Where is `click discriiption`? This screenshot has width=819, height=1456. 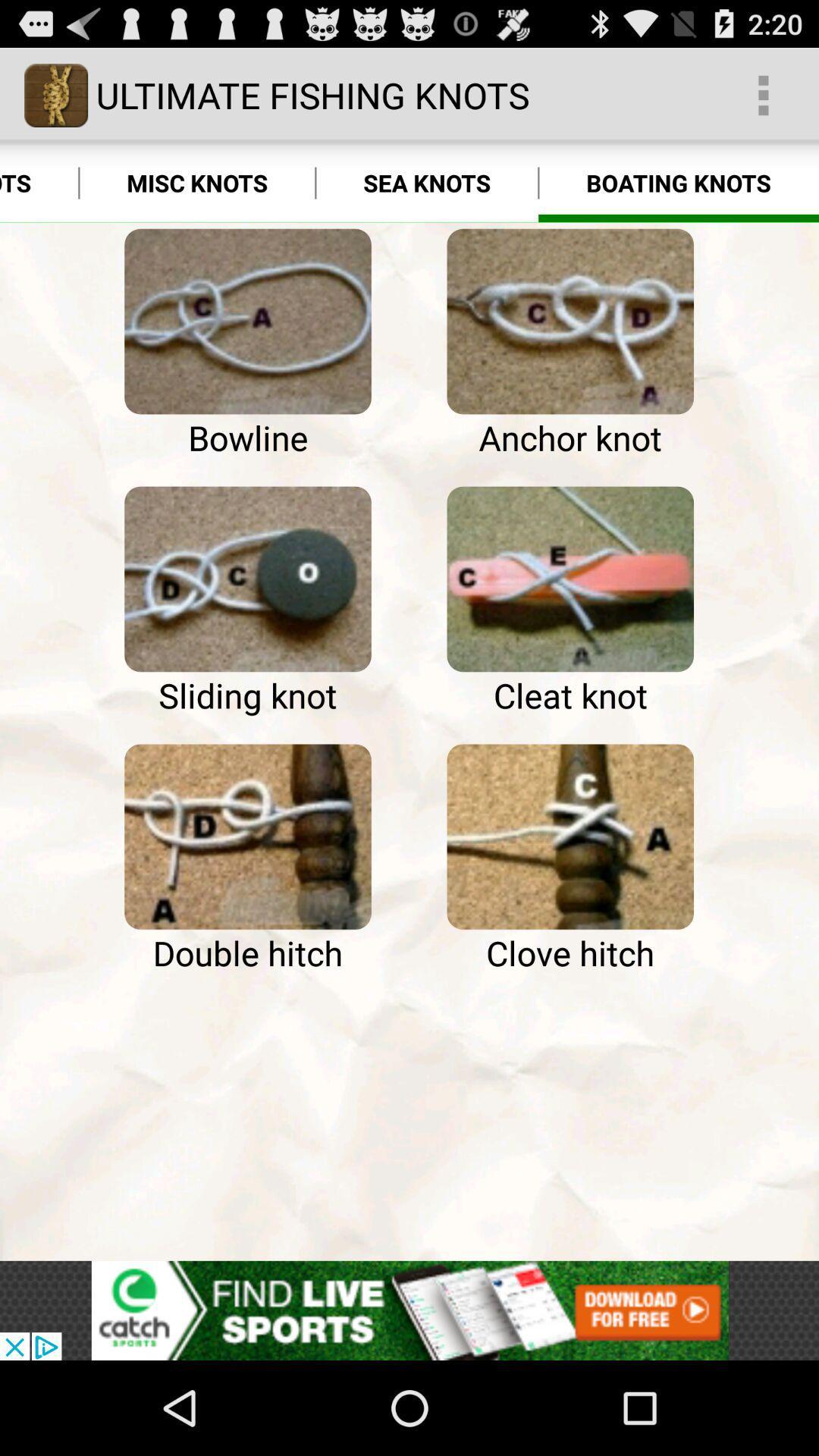 click discriiption is located at coordinates (409, 1310).